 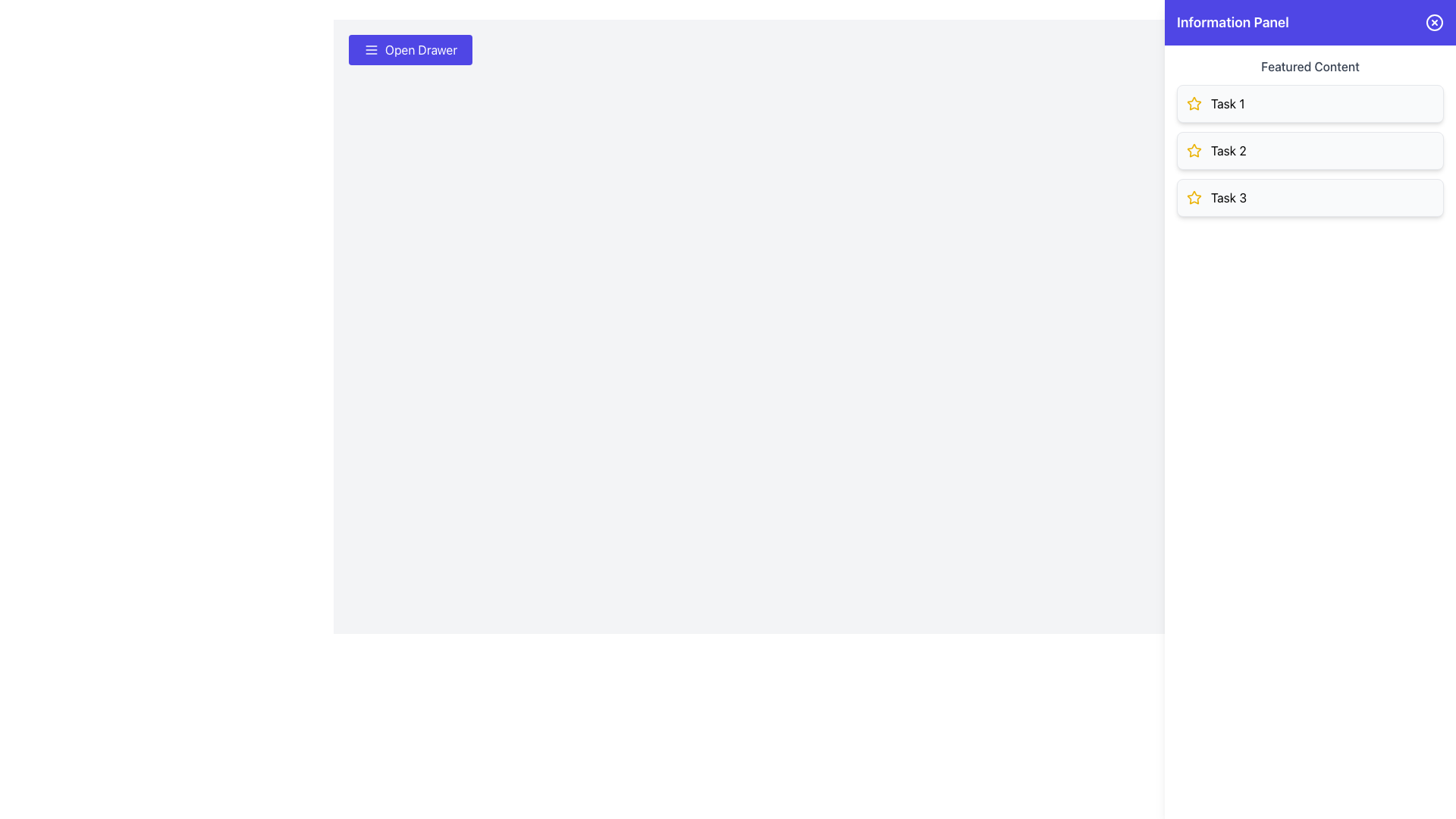 What do you see at coordinates (1232, 23) in the screenshot?
I see `the Static Text Label located at the top-right corner of the interface, which serves as a header indicating the title or purpose of the current panel` at bounding box center [1232, 23].